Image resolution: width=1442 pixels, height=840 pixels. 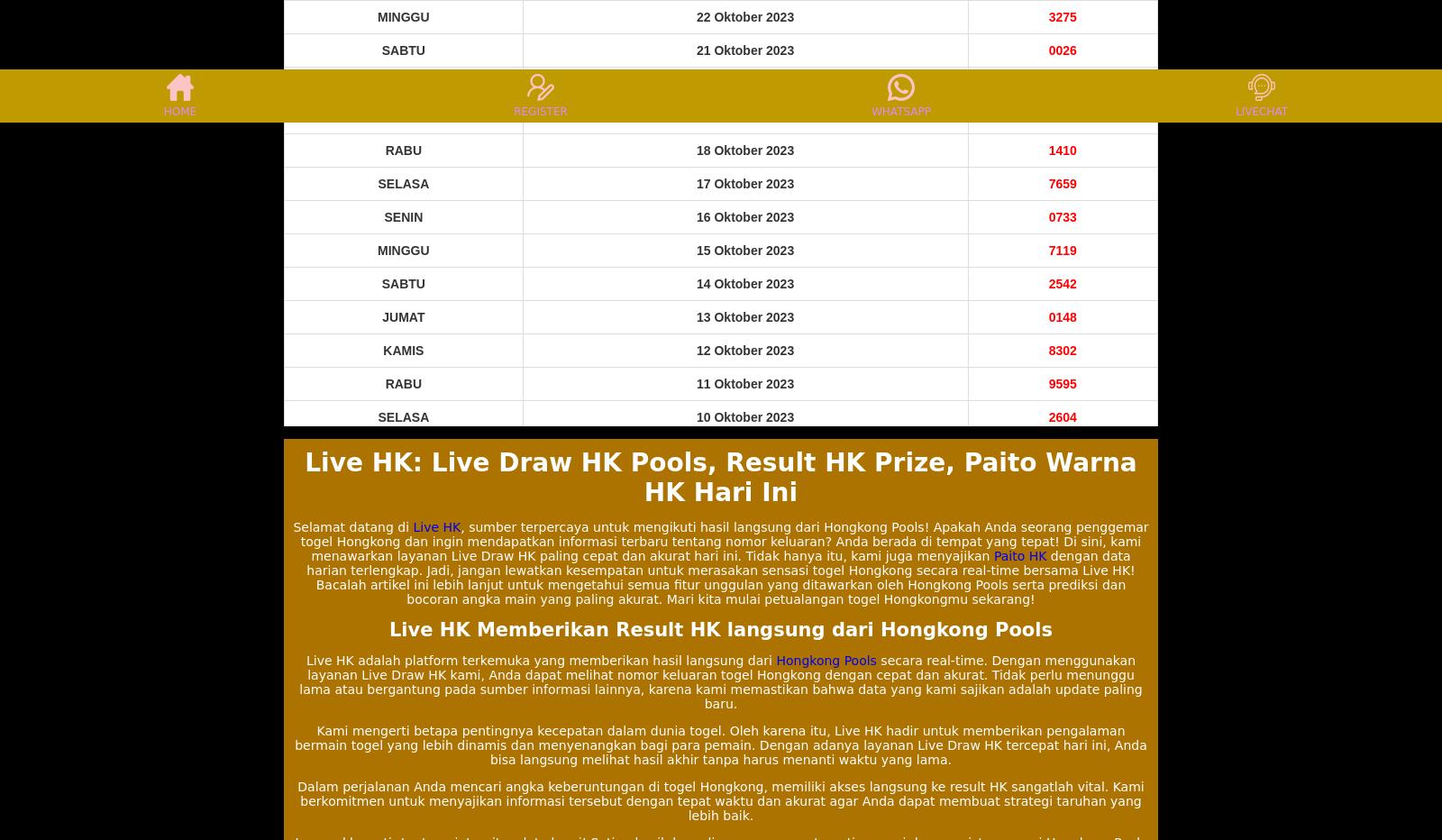 I want to click on 'Live HK', so click(x=412, y=526).